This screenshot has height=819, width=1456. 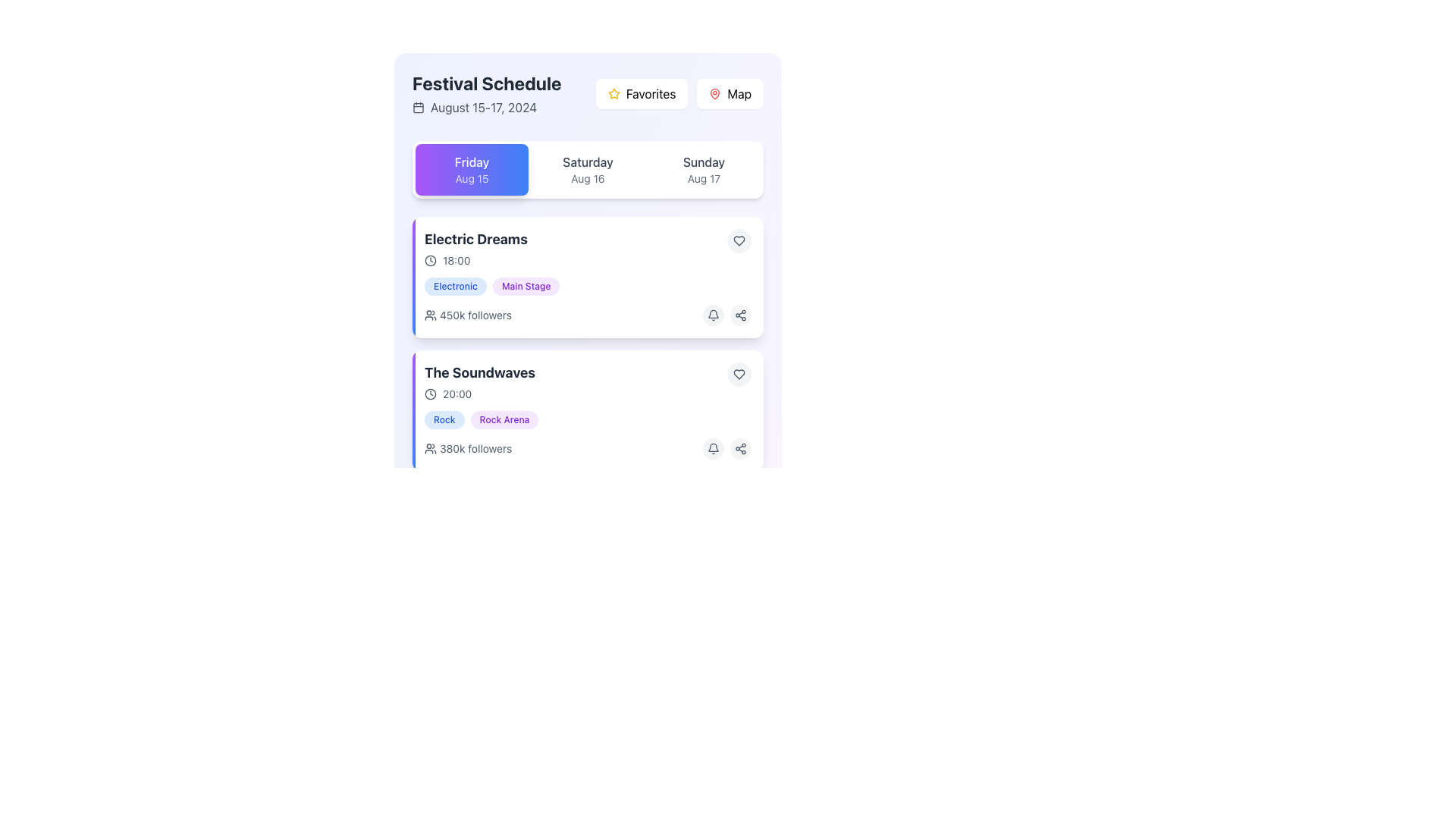 What do you see at coordinates (467, 315) in the screenshot?
I see `the '450k followers' text label with icon located under the 'Electric Dreams' card, which displays the number of followers in gray text and is positioned above the subscription and sharing icons` at bounding box center [467, 315].